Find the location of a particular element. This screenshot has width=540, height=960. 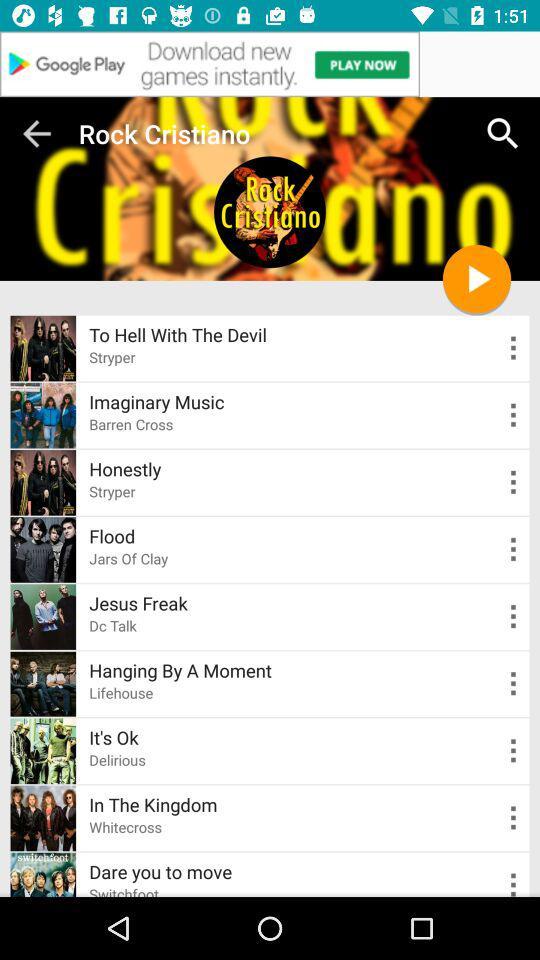

the more icon is located at coordinates (499, 856).